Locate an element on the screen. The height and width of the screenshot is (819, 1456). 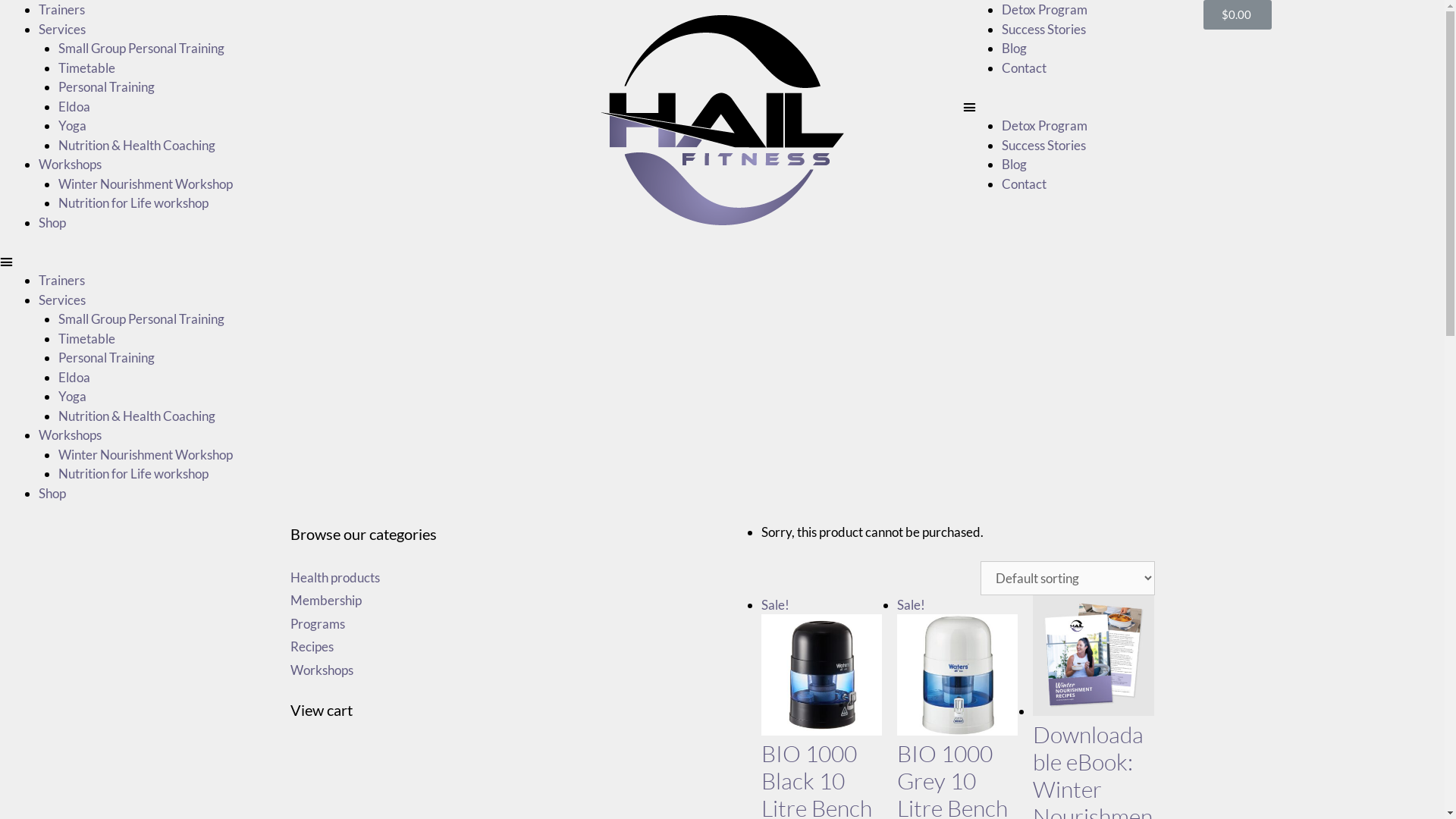
'Shop' is located at coordinates (39, 493).